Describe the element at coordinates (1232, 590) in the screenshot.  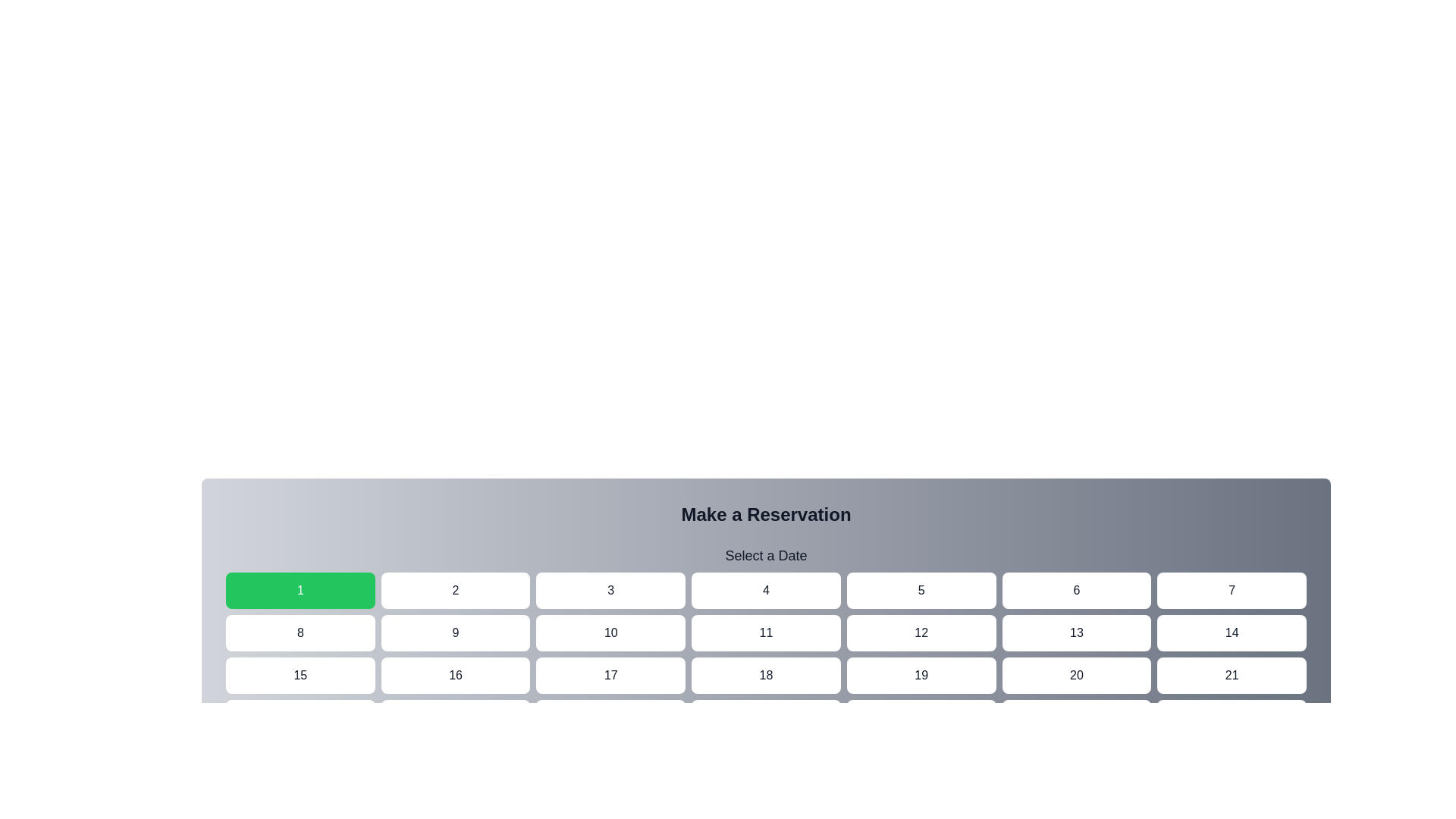
I see `the button displaying the number '7', which is a rectangular button with rounded corners and a white background, to trigger visual changes` at that location.